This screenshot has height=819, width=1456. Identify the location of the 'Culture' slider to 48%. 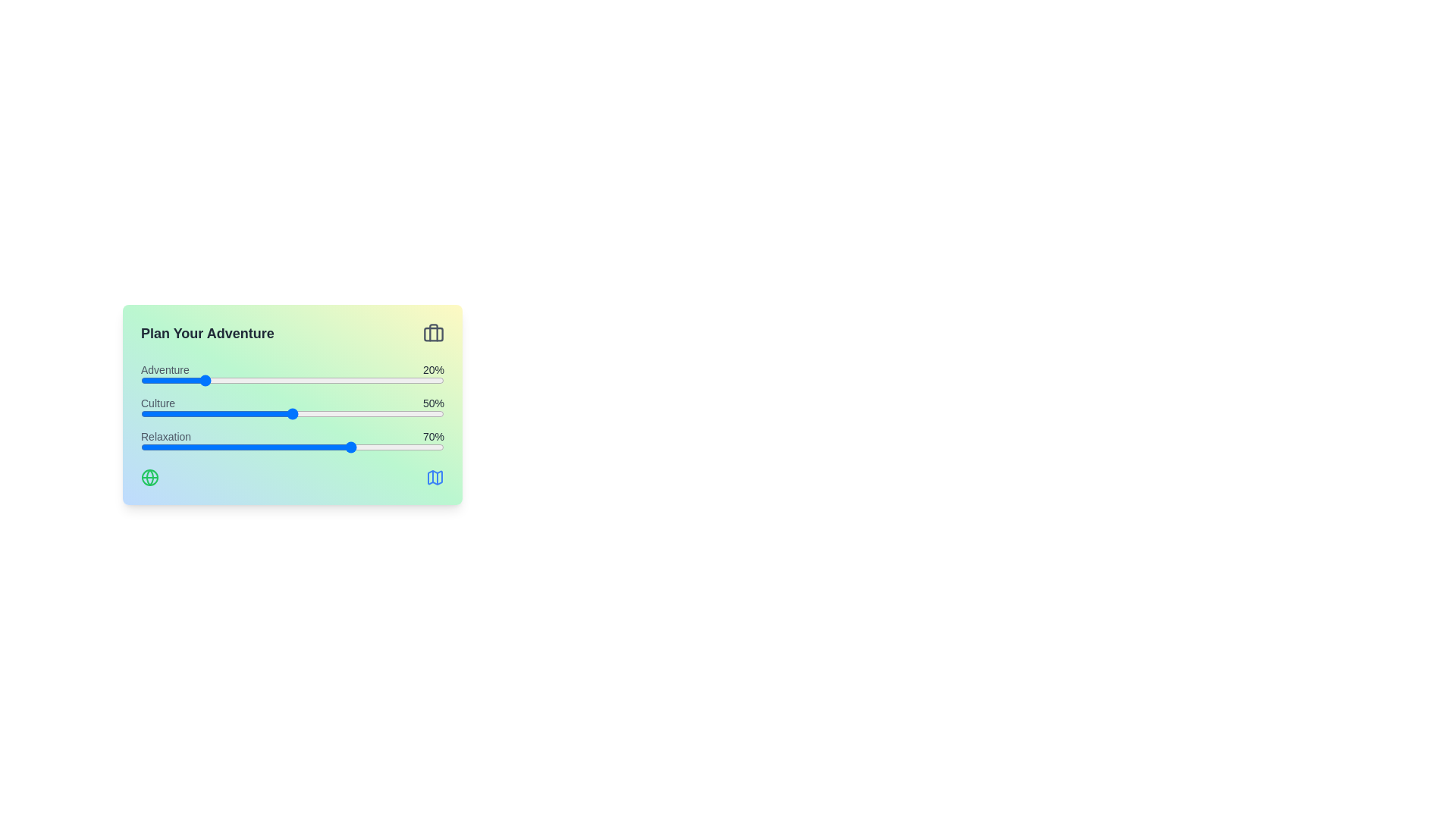
(287, 414).